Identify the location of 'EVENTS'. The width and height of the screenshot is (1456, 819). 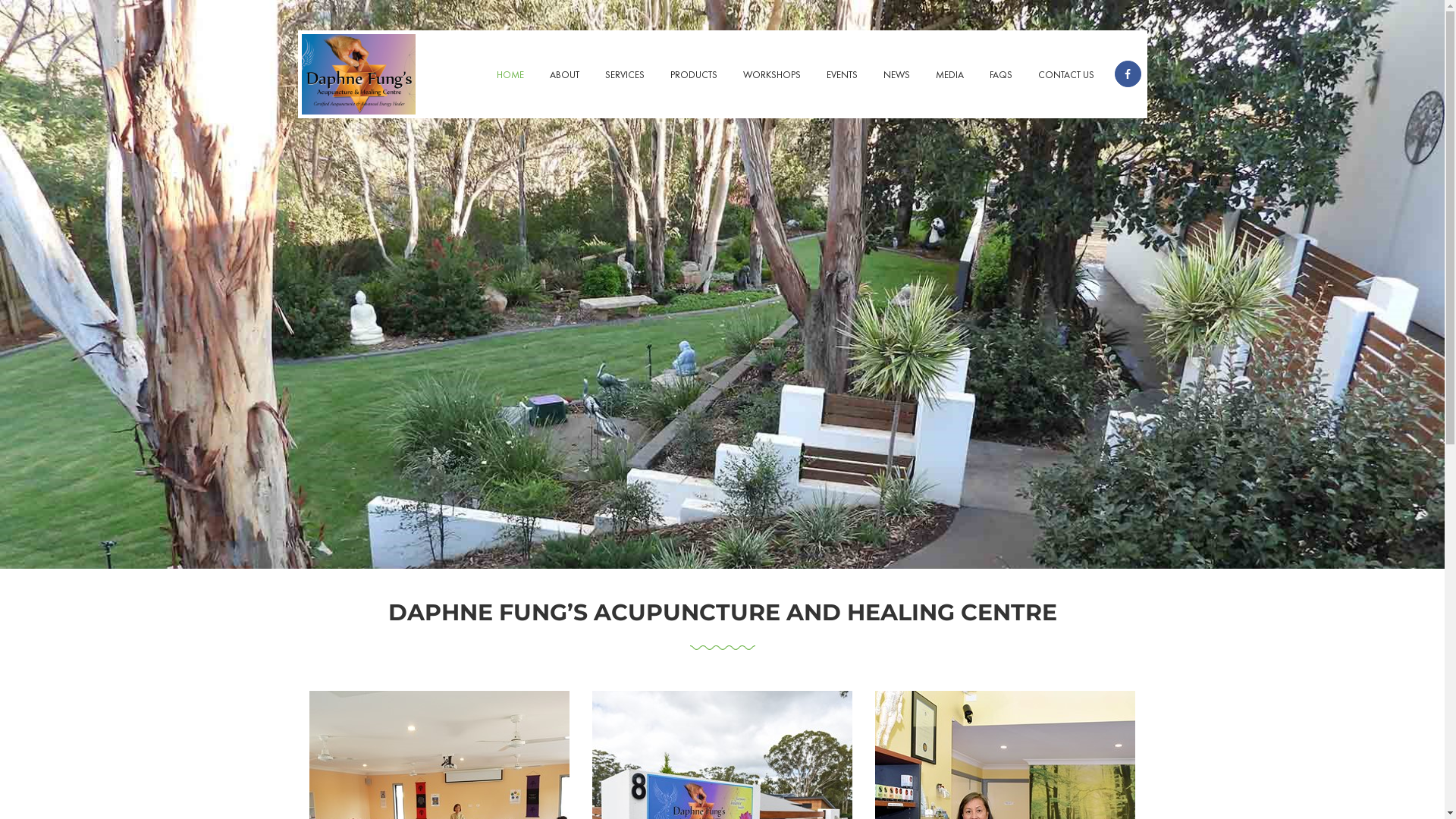
(840, 76).